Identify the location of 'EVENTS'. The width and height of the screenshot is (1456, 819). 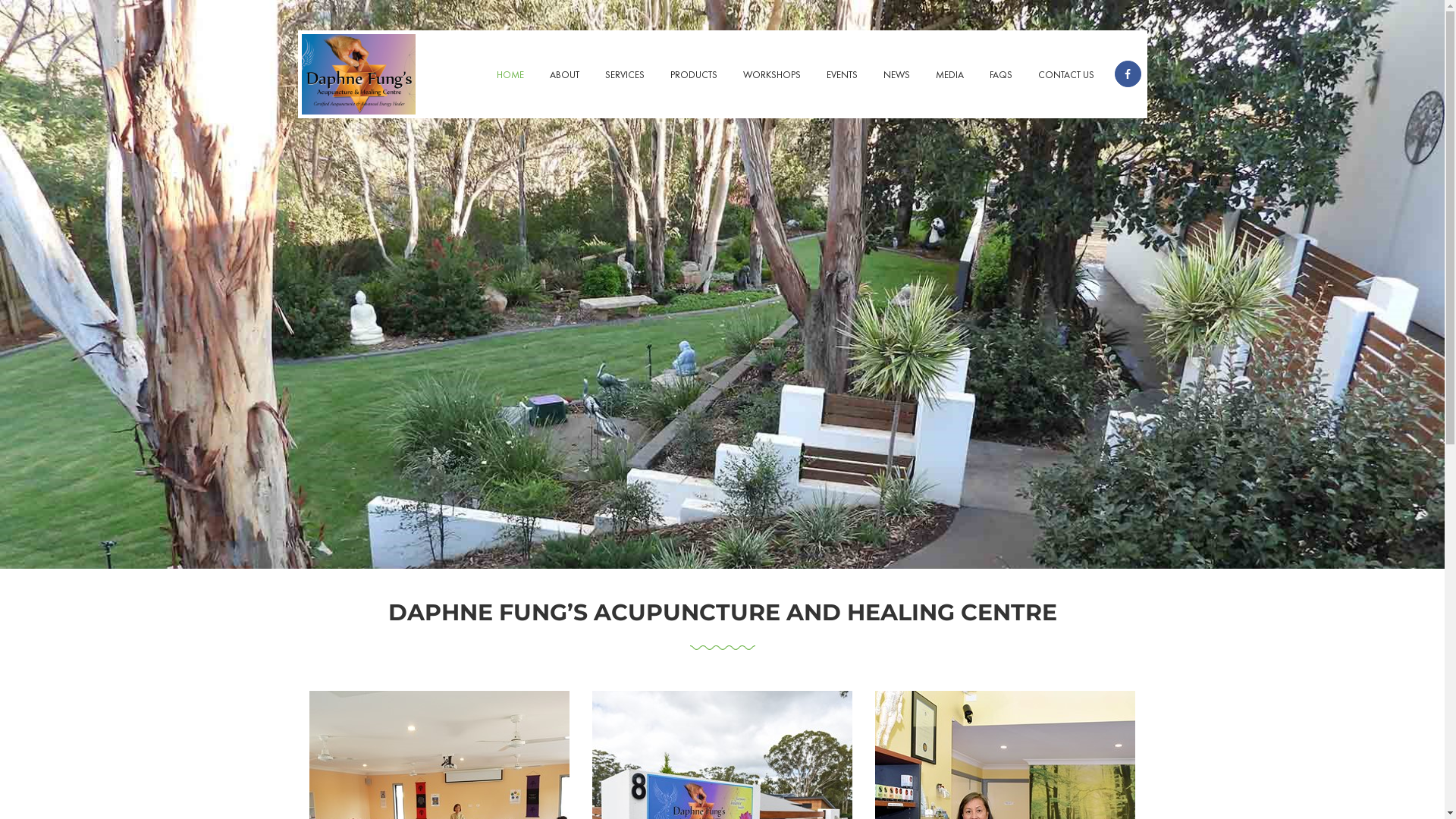
(840, 76).